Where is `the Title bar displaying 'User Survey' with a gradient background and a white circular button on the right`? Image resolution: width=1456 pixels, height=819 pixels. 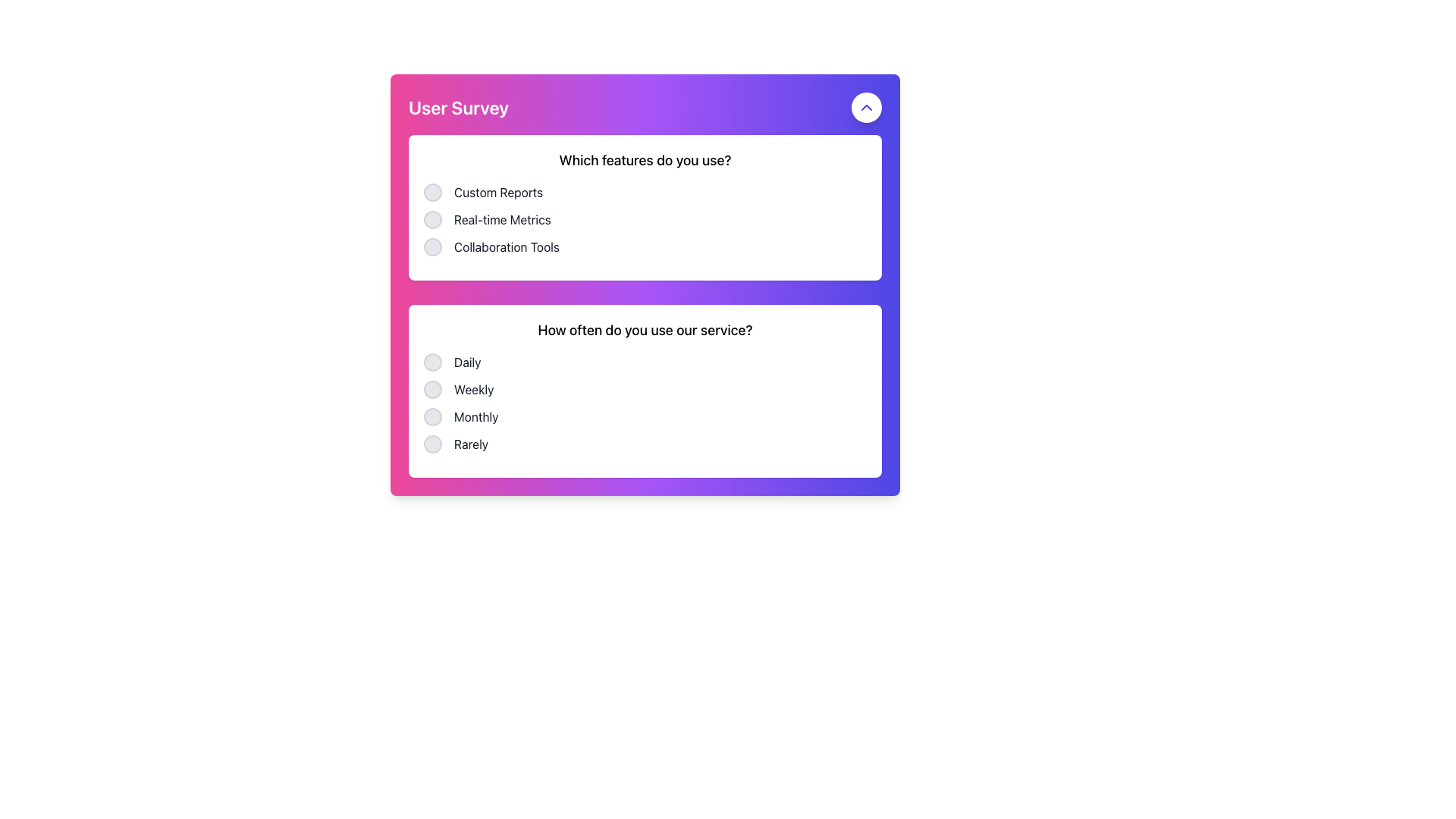 the Title bar displaying 'User Survey' with a gradient background and a white circular button on the right is located at coordinates (645, 107).